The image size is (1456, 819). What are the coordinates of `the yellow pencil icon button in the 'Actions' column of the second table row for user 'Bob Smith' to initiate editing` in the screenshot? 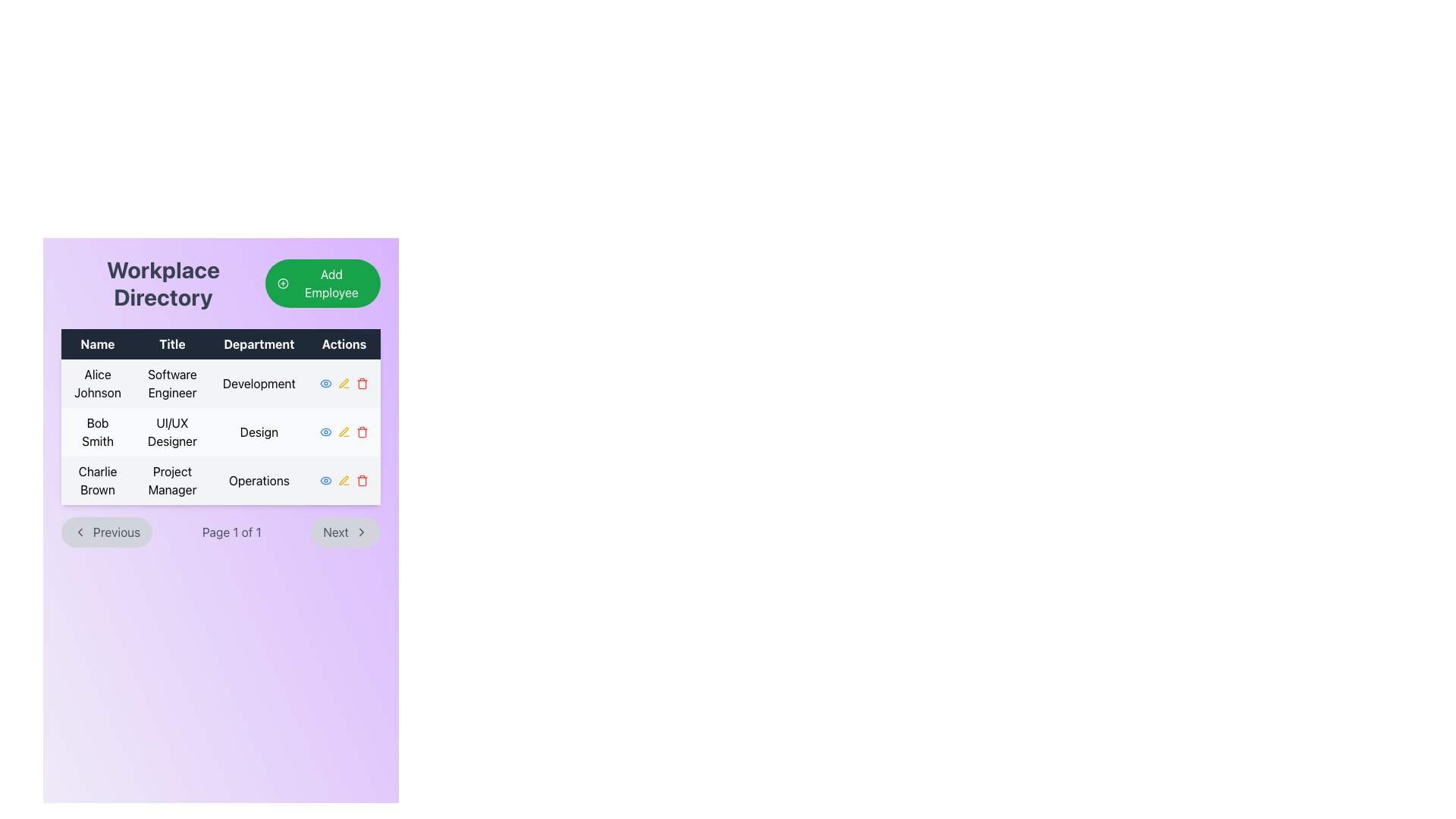 It's located at (344, 432).